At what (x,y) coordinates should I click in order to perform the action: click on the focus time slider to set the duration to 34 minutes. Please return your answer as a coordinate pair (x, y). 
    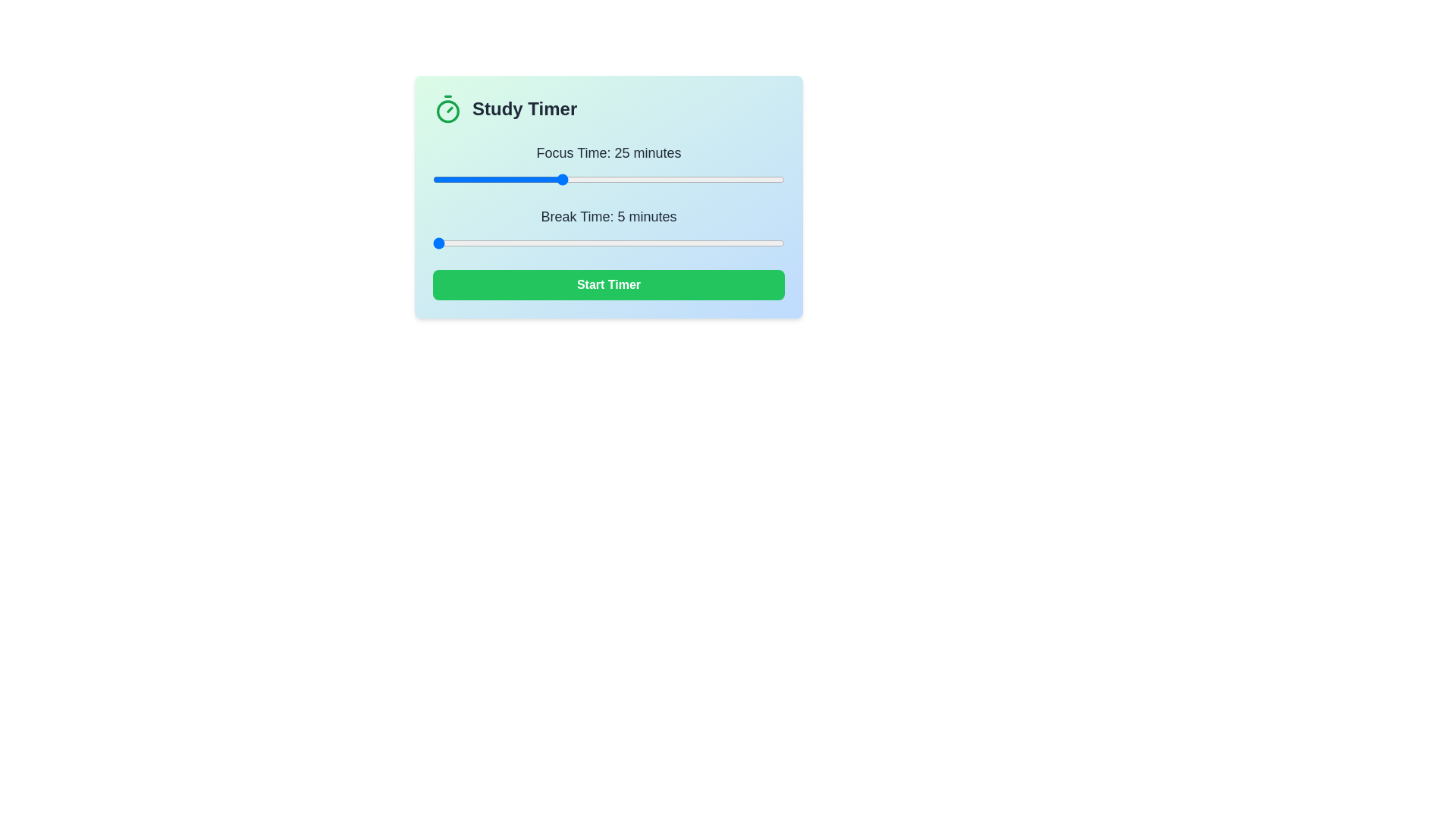
    Looking at the image, I should click on (618, 178).